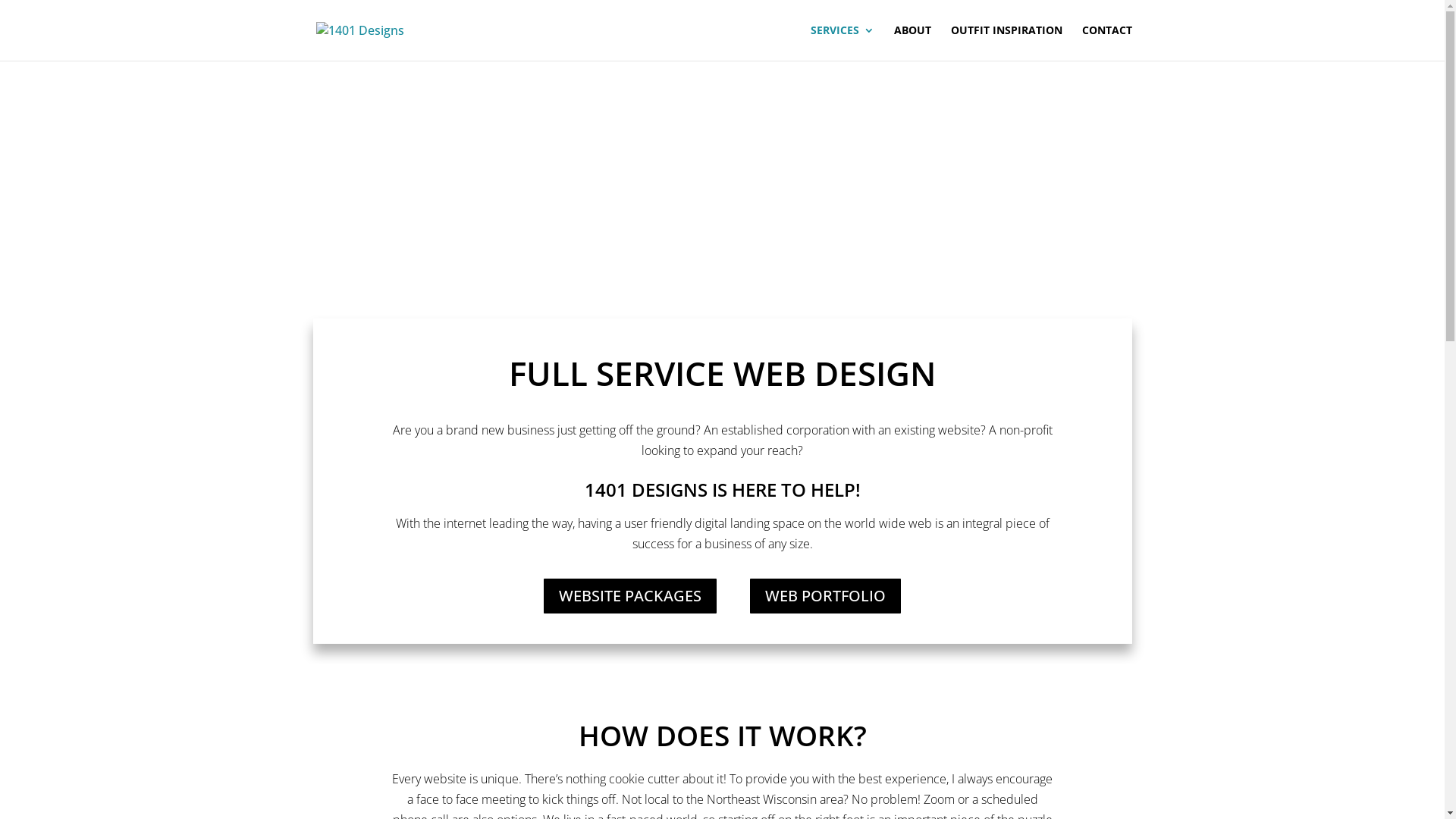 The height and width of the screenshot is (819, 1456). I want to click on 'OUTFIT INSPIRATION', so click(1006, 42).